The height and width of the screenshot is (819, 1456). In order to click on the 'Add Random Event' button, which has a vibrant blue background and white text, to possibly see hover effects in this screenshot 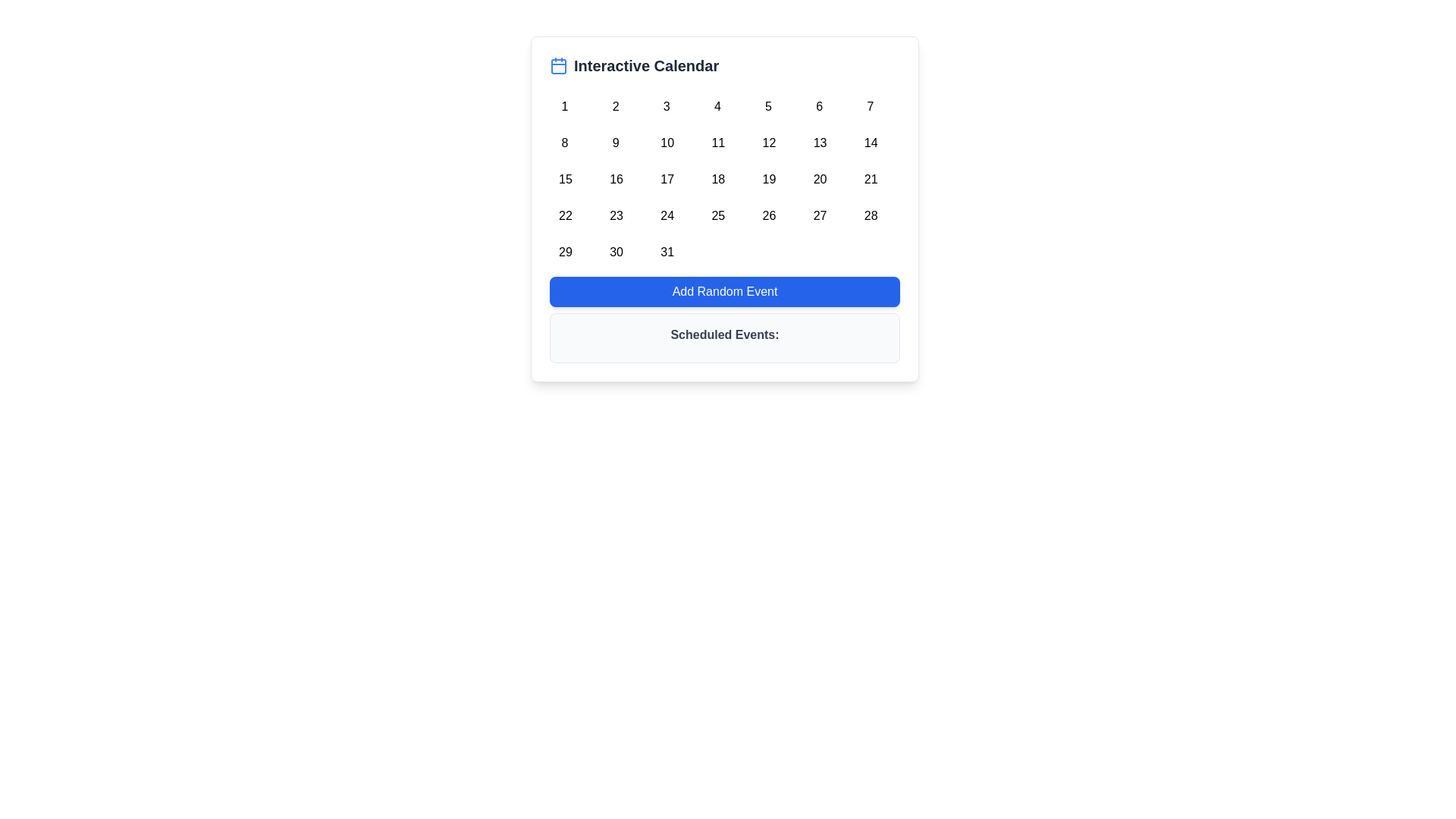, I will do `click(723, 292)`.